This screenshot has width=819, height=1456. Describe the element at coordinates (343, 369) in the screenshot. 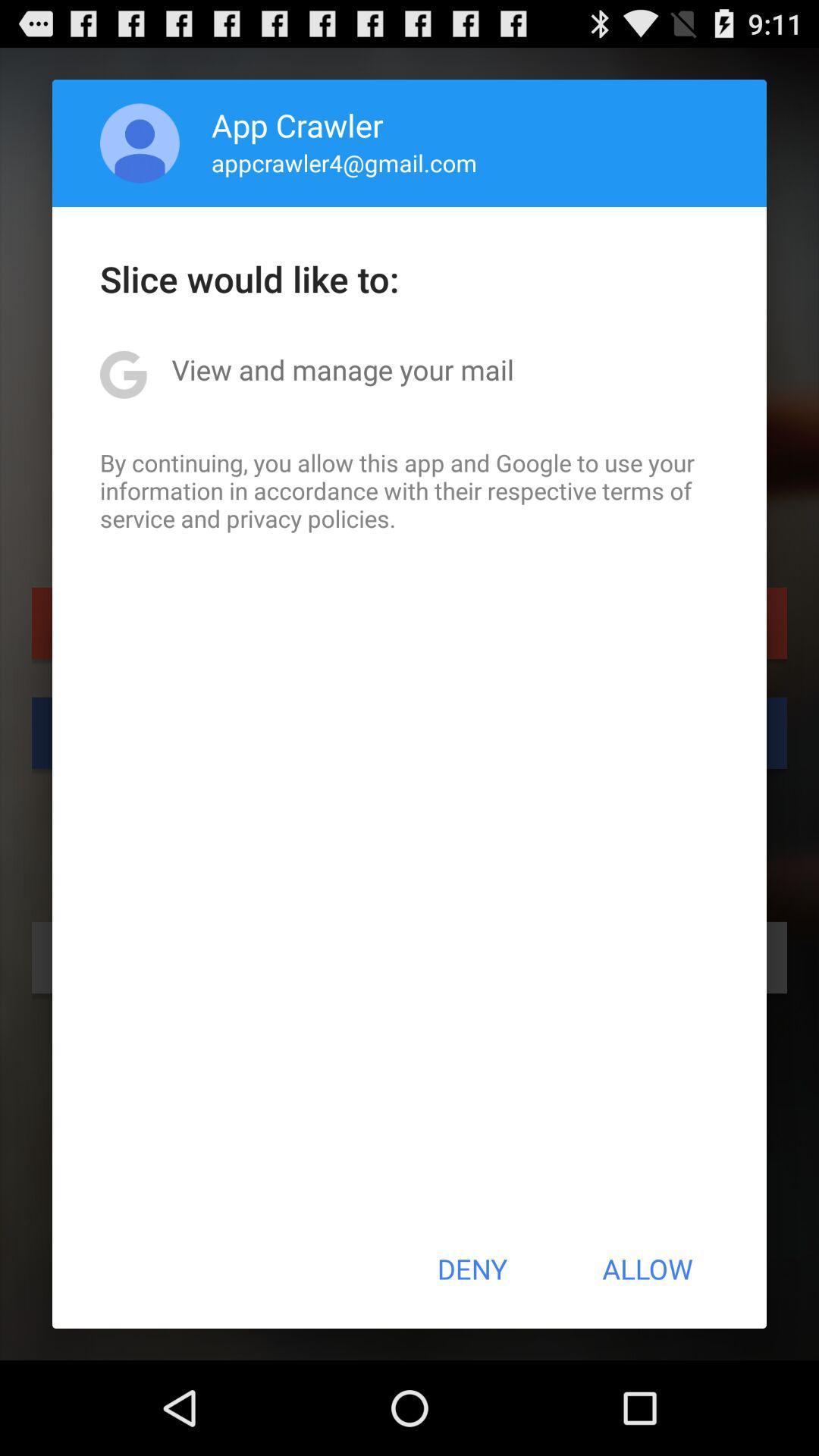

I see `icon below the slice would like` at that location.